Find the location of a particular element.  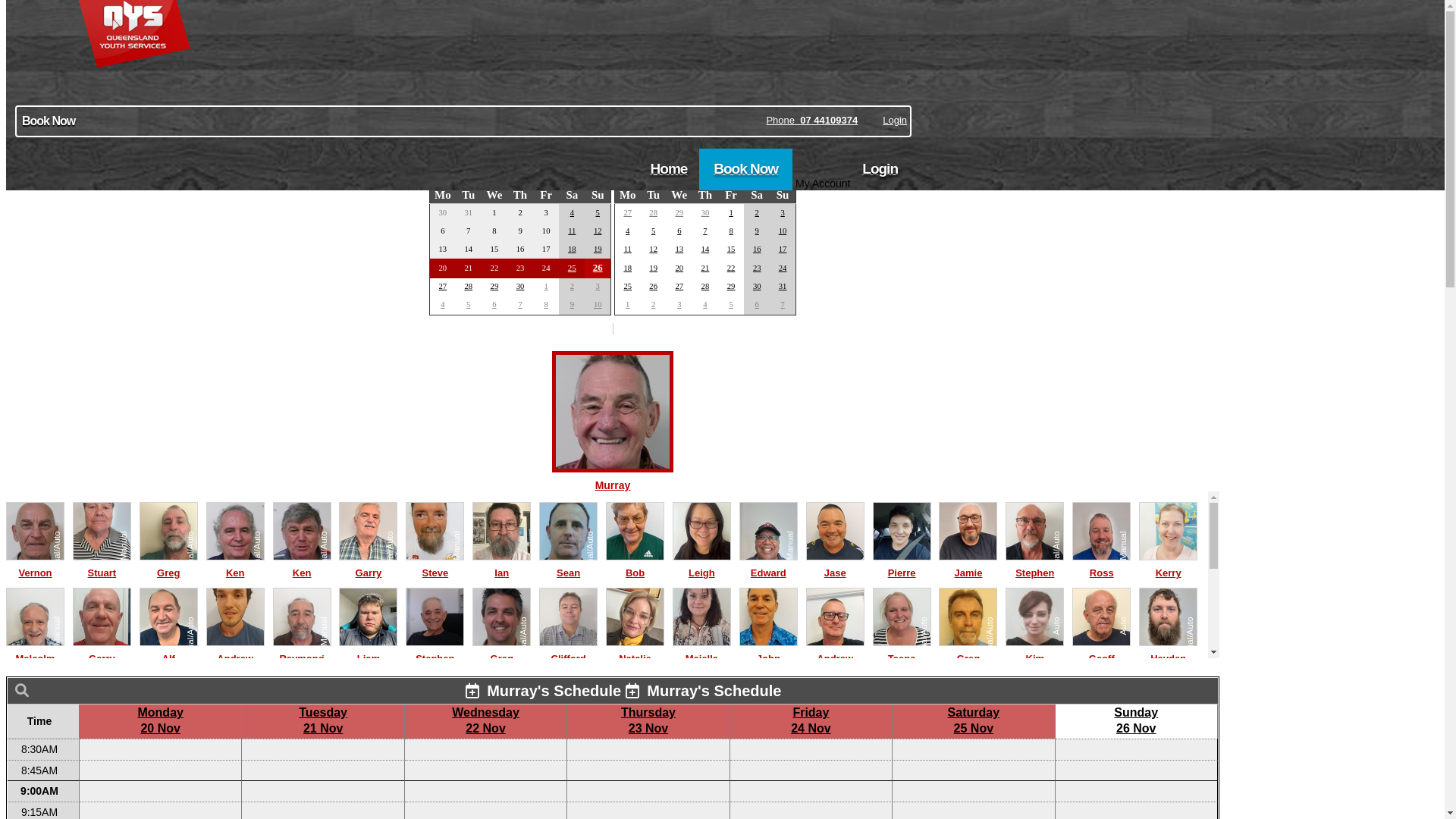

'5' is located at coordinates (467, 304).